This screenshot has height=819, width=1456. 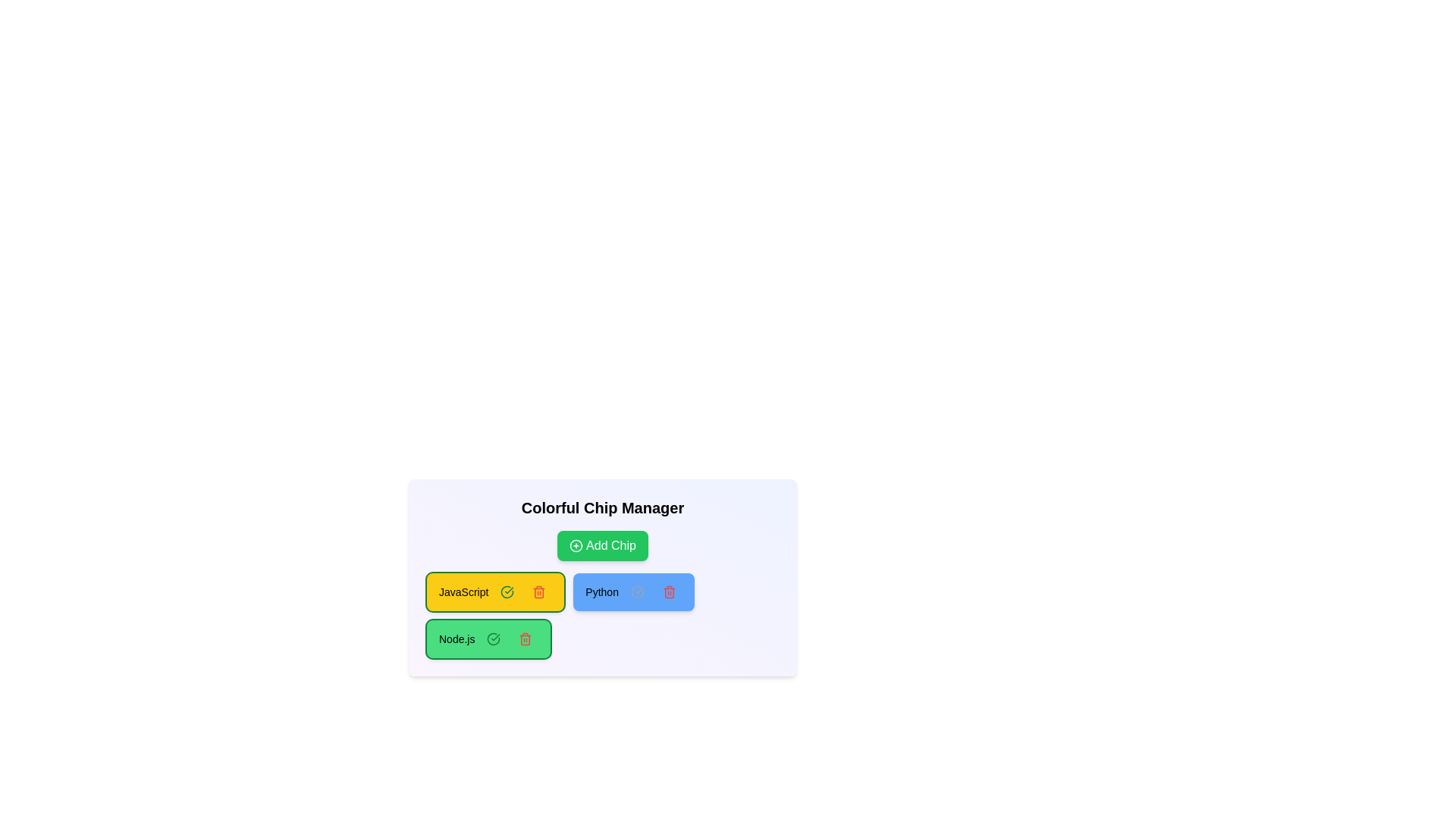 I want to click on the 'Add Chip' button to add a new chip, so click(x=602, y=546).